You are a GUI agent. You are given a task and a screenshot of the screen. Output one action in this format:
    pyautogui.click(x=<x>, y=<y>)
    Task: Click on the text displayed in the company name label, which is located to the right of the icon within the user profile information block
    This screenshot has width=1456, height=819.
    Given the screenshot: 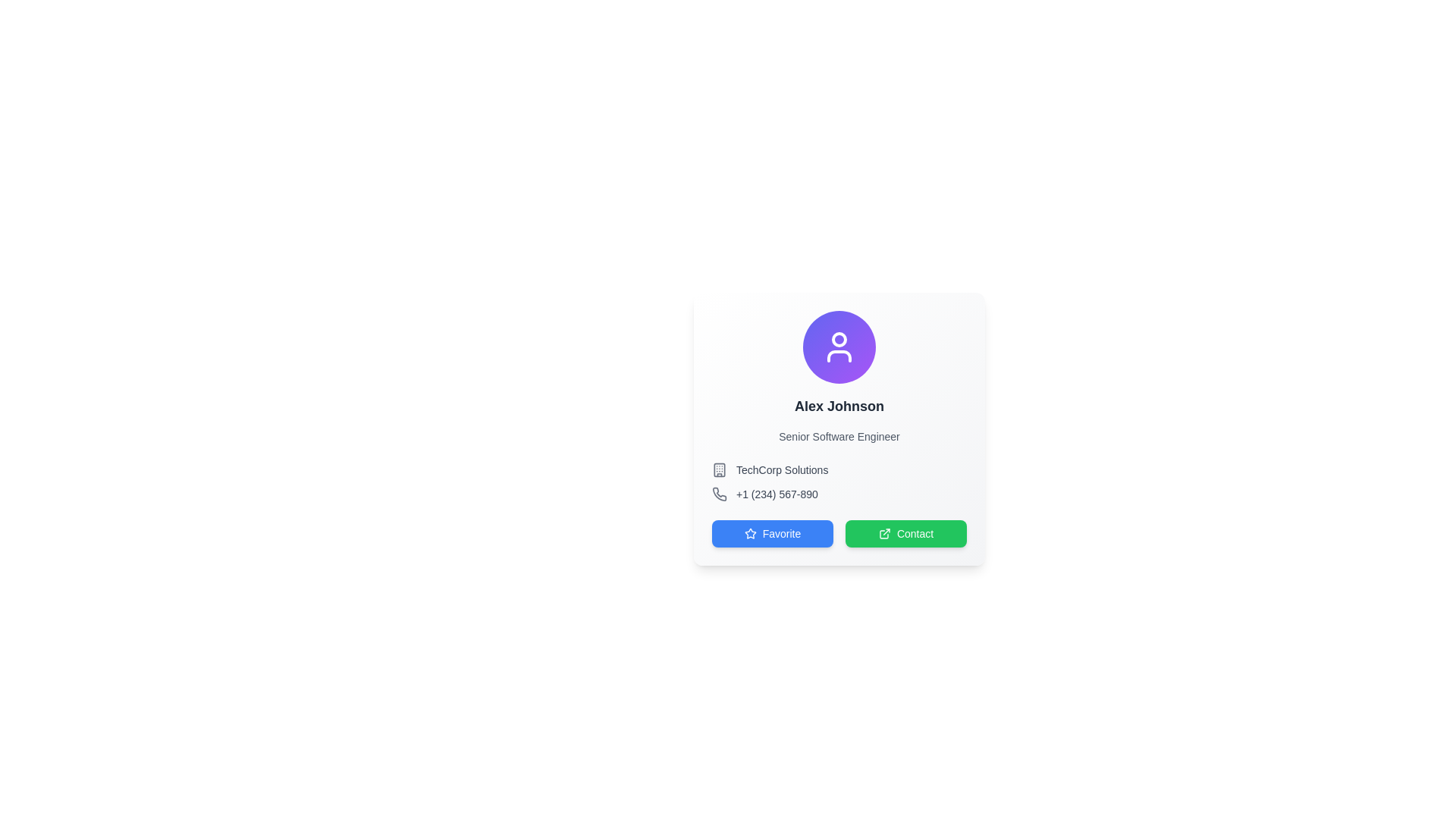 What is the action you would take?
    pyautogui.click(x=782, y=469)
    